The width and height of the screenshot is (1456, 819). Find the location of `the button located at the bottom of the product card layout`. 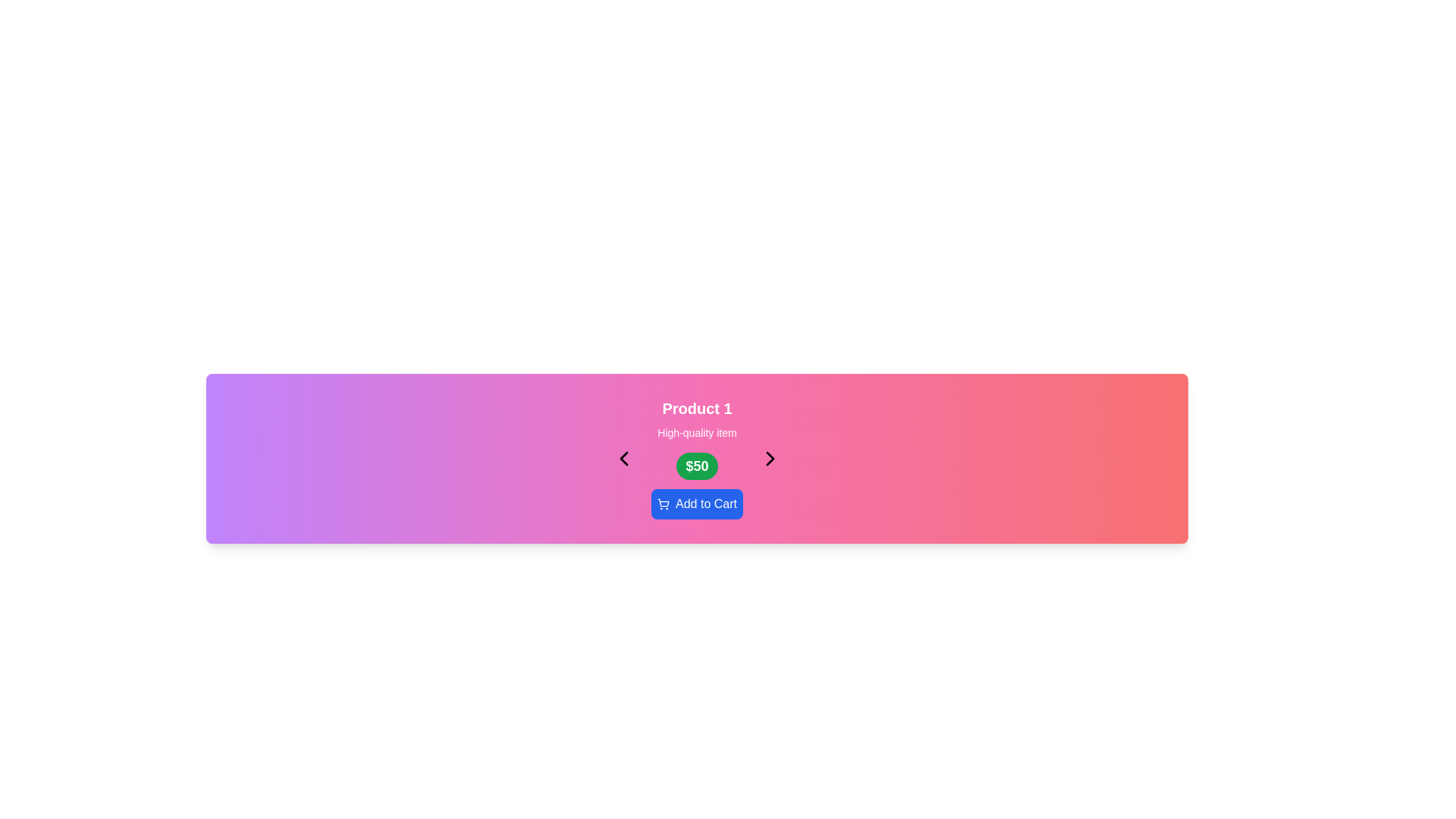

the button located at the bottom of the product card layout is located at coordinates (696, 504).